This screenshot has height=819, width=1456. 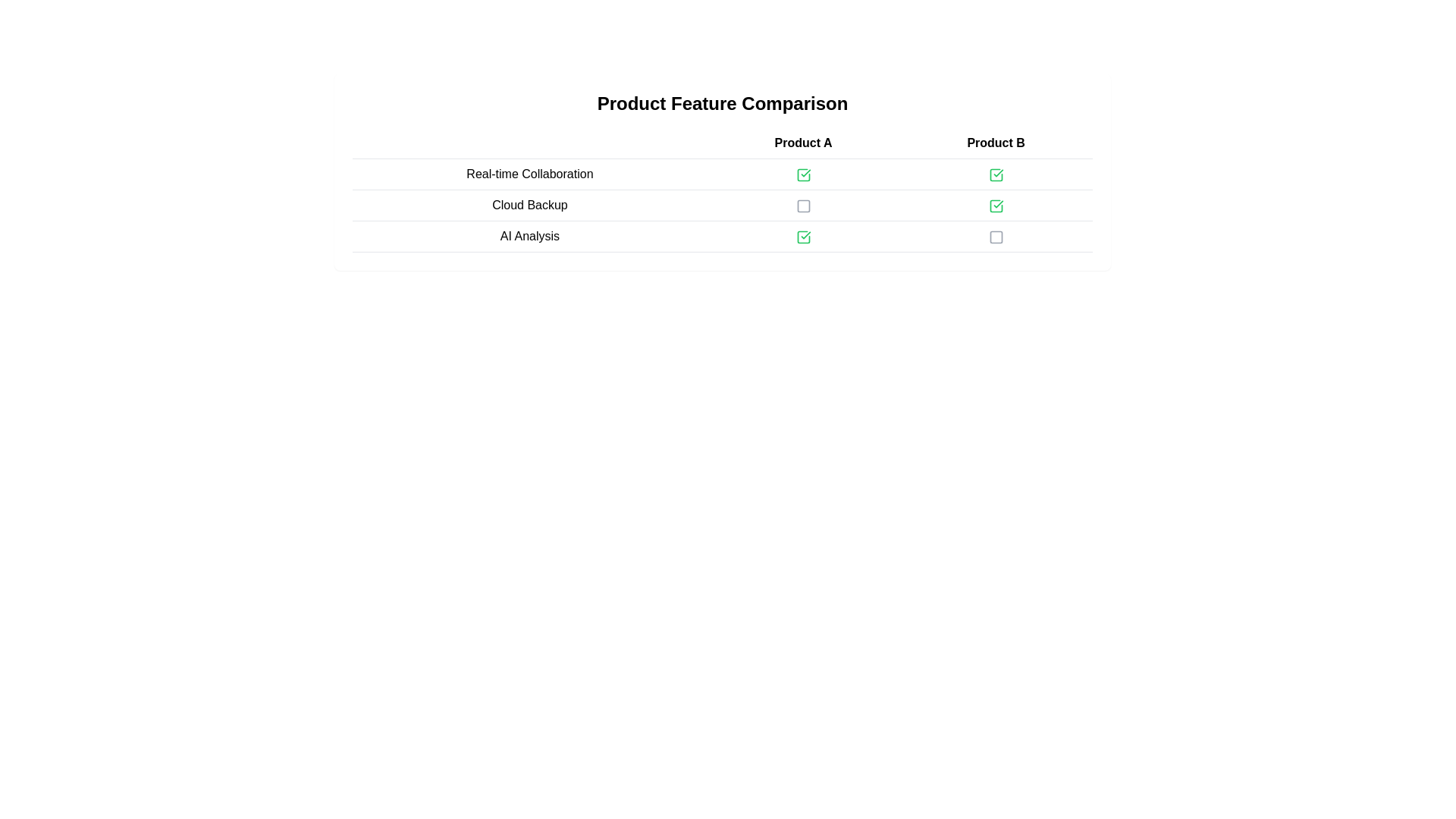 What do you see at coordinates (996, 205) in the screenshot?
I see `the read-only indicator that visually indicates the availability of the 'Cloud Backup' feature for 'Product B' in the comparison table` at bounding box center [996, 205].